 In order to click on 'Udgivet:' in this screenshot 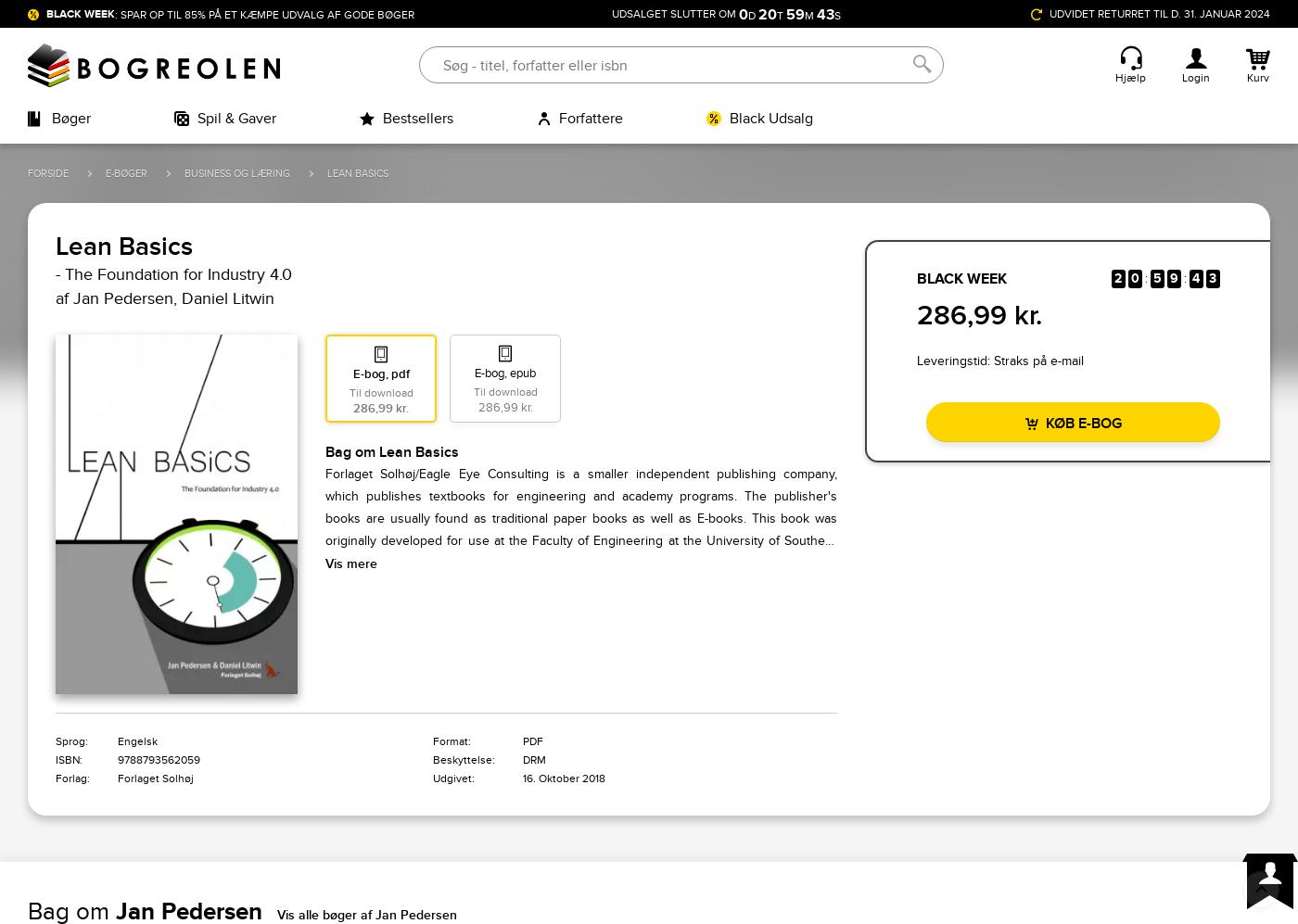, I will do `click(452, 778)`.